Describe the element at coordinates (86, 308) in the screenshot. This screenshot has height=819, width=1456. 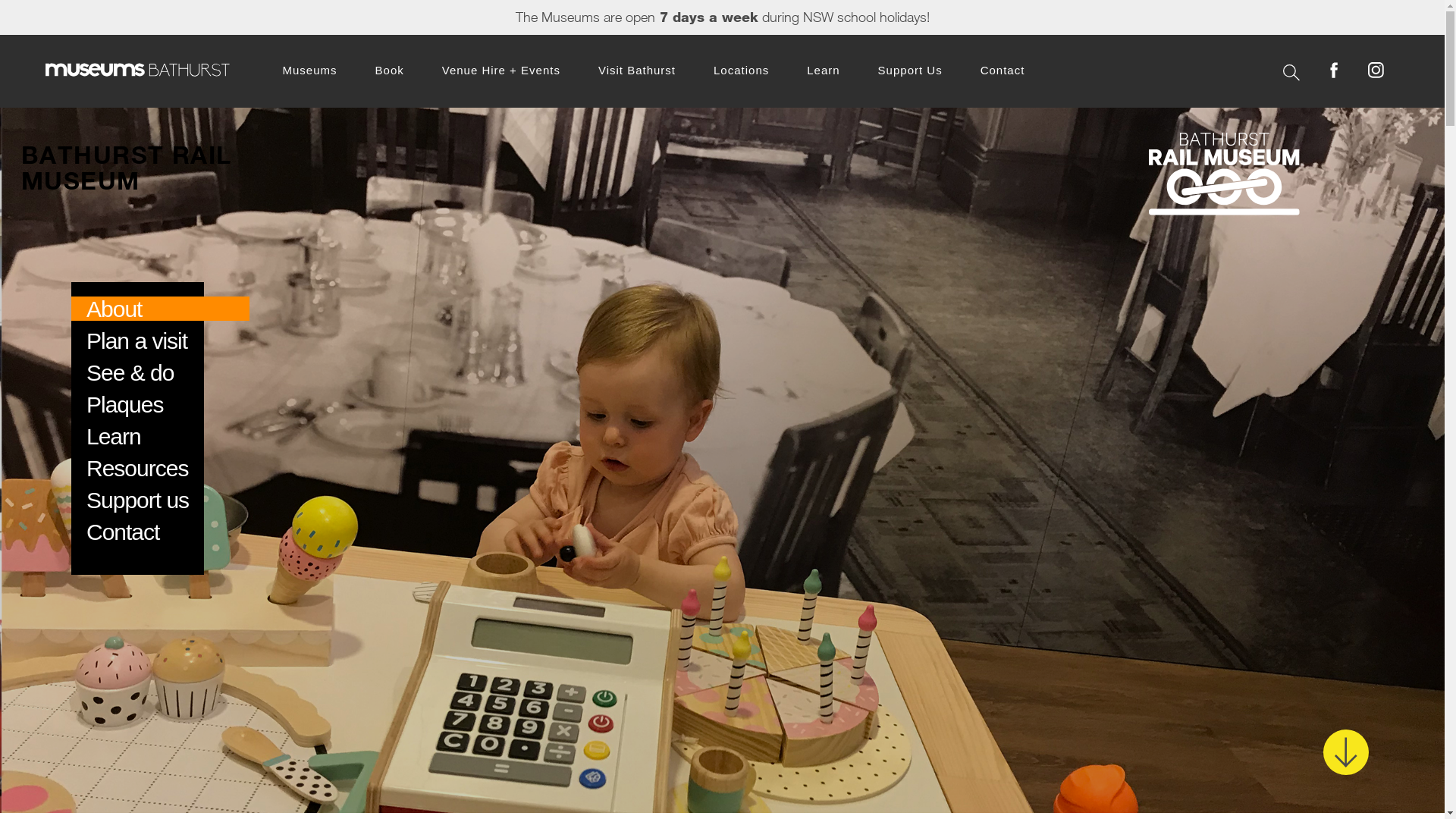
I see `'About'` at that location.